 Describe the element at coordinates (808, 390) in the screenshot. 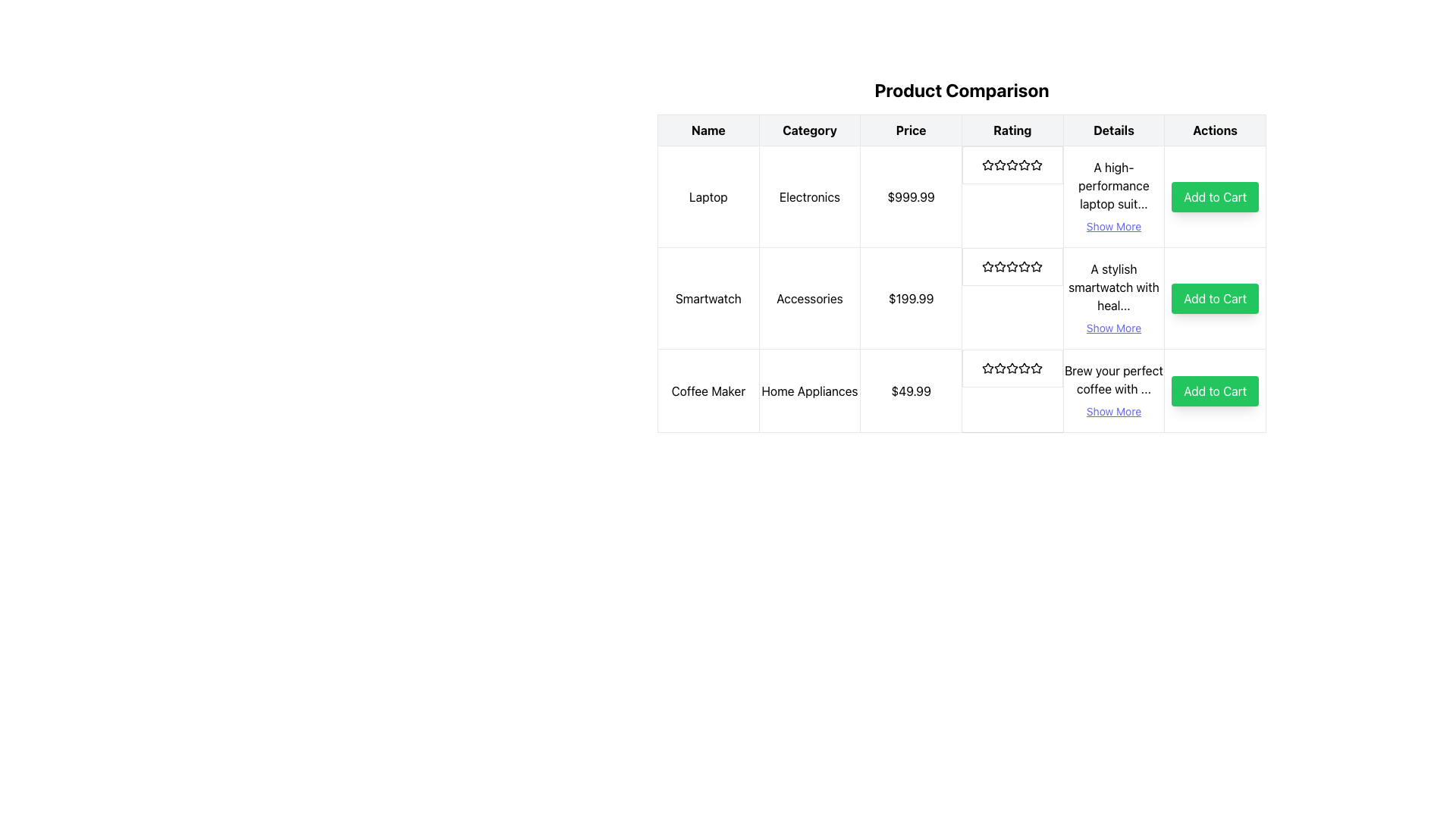

I see `the 'Home Appliances' text label in the product comparison table, which is located in the third row under the 'Category' column, positioned between 'Coffee Maker' and '$49.99'` at that location.